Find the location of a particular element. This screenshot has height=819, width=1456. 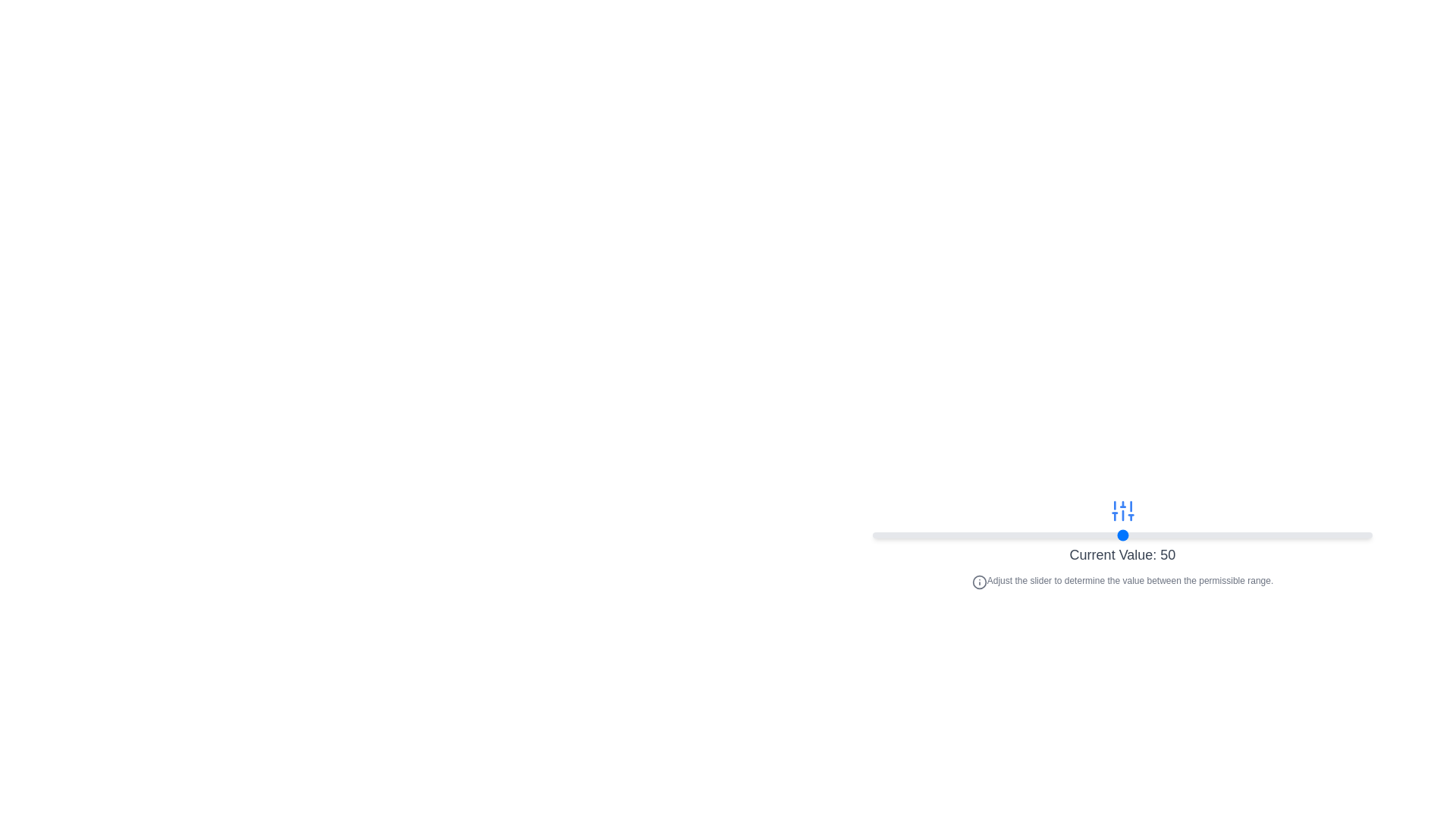

the informational text that reads 'Adjust the slider to determine the value between the permissible range.' which is located below the slider component and the label 'Current Value: 50.' is located at coordinates (1122, 581).